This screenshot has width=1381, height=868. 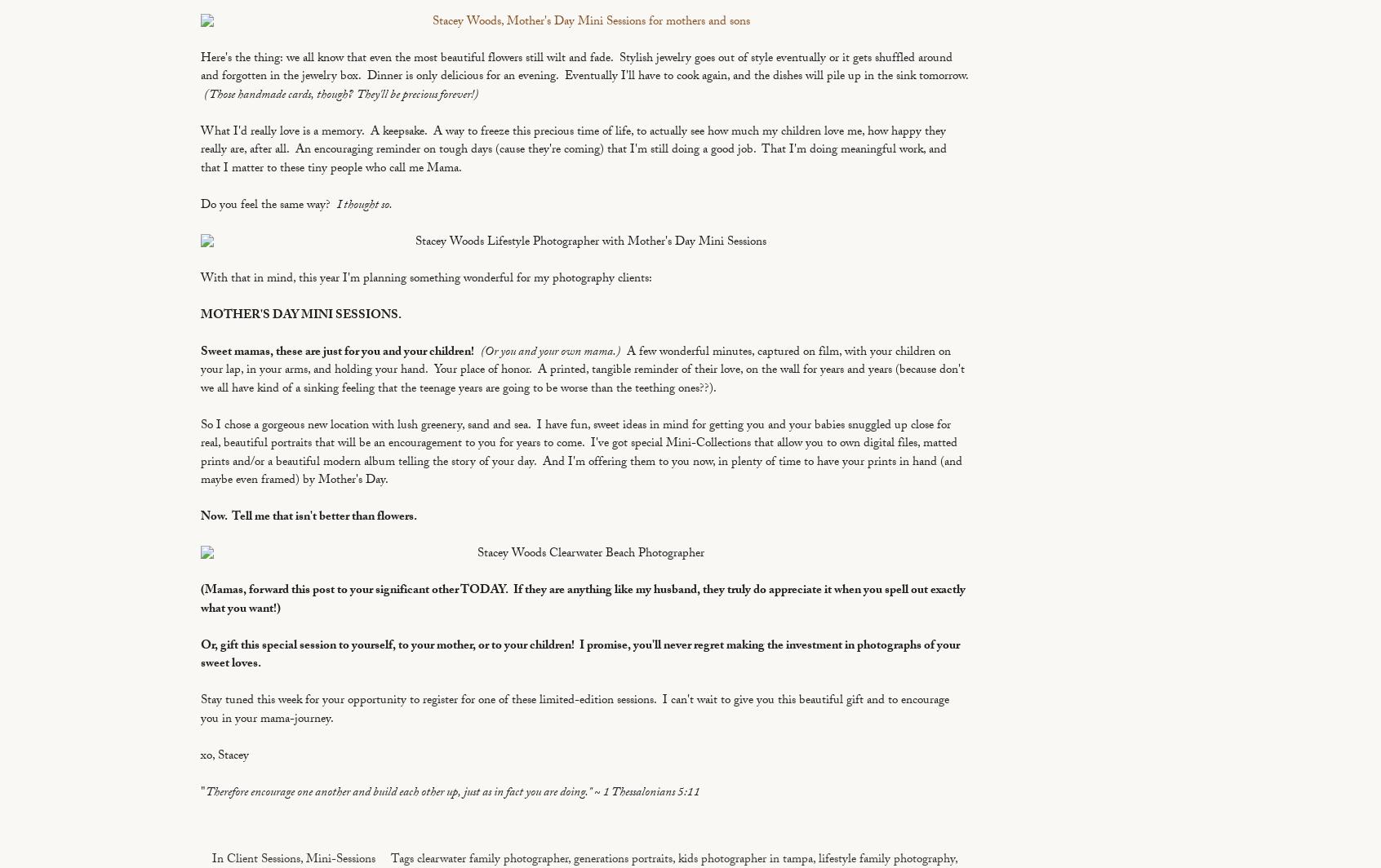 What do you see at coordinates (454, 792) in the screenshot?
I see `'Therefore encourage one another and build each other up, just as in fact you are doing." ~ 1 Thessalonians 5:11'` at bounding box center [454, 792].